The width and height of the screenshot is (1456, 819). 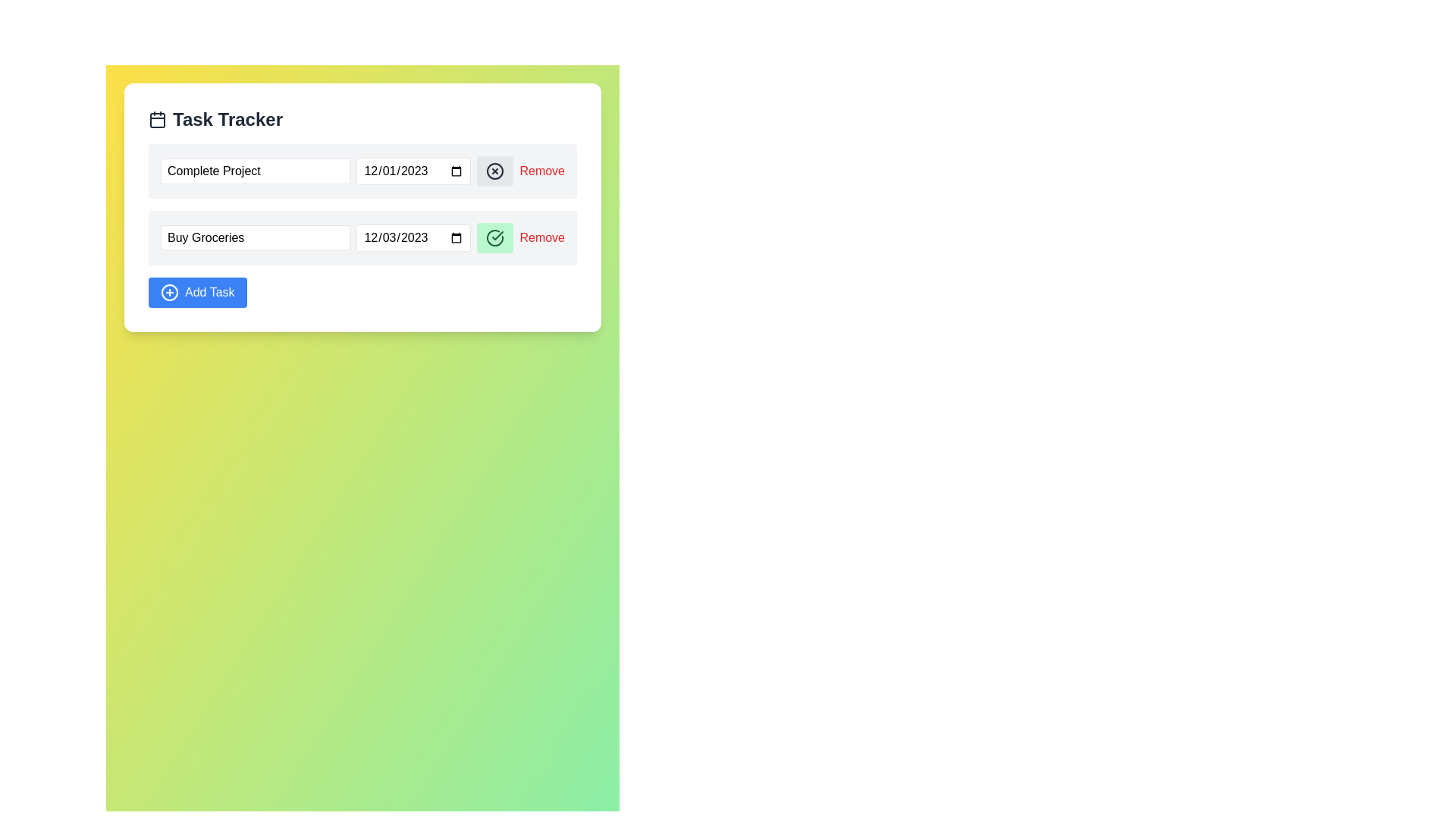 I want to click on the Date input field, which is a rectangular field displaying '12/01/2023' and has a calendar icon to its right, for focus, so click(x=413, y=171).